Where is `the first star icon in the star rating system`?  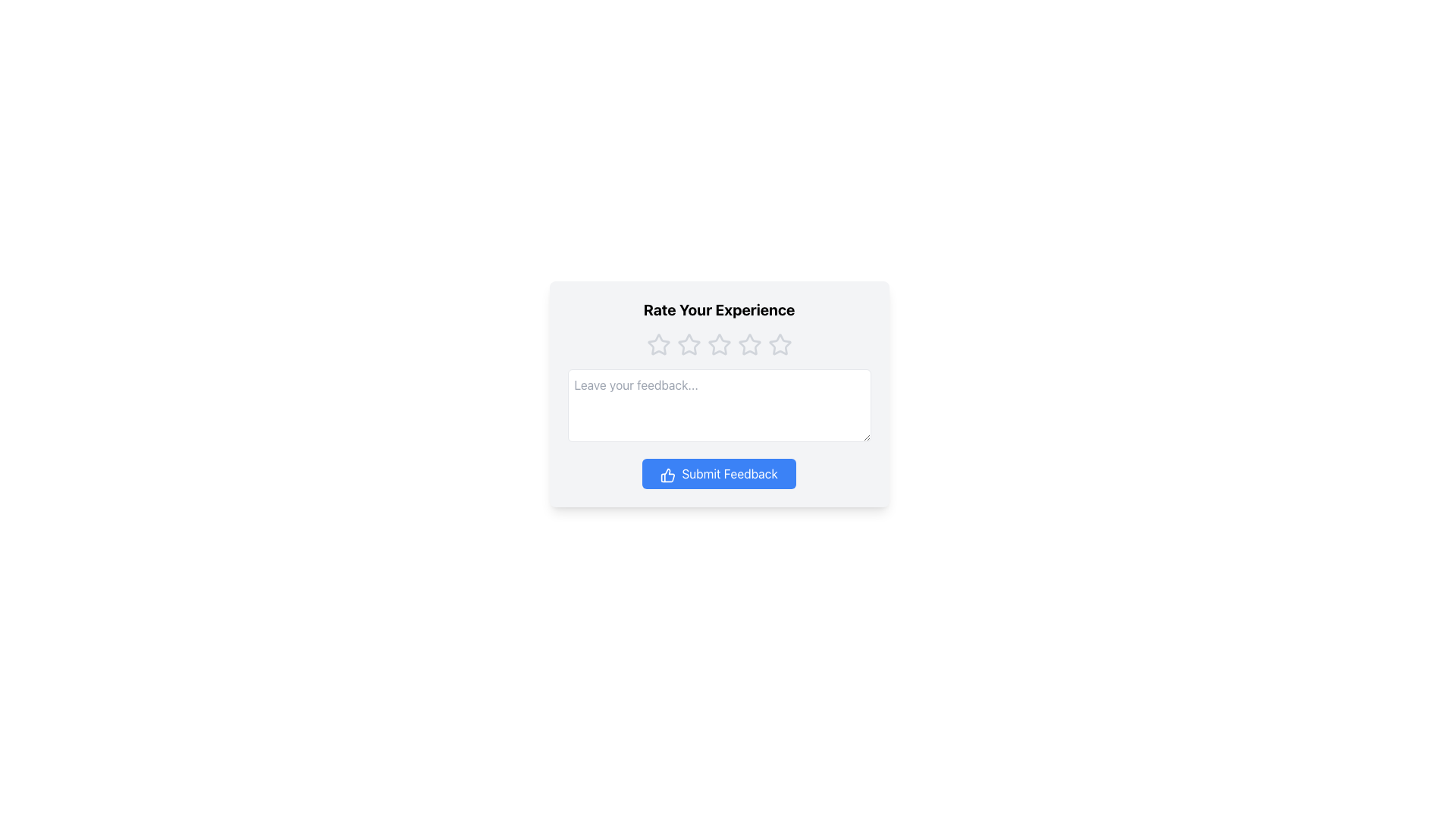
the first star icon in the star rating system is located at coordinates (658, 344).